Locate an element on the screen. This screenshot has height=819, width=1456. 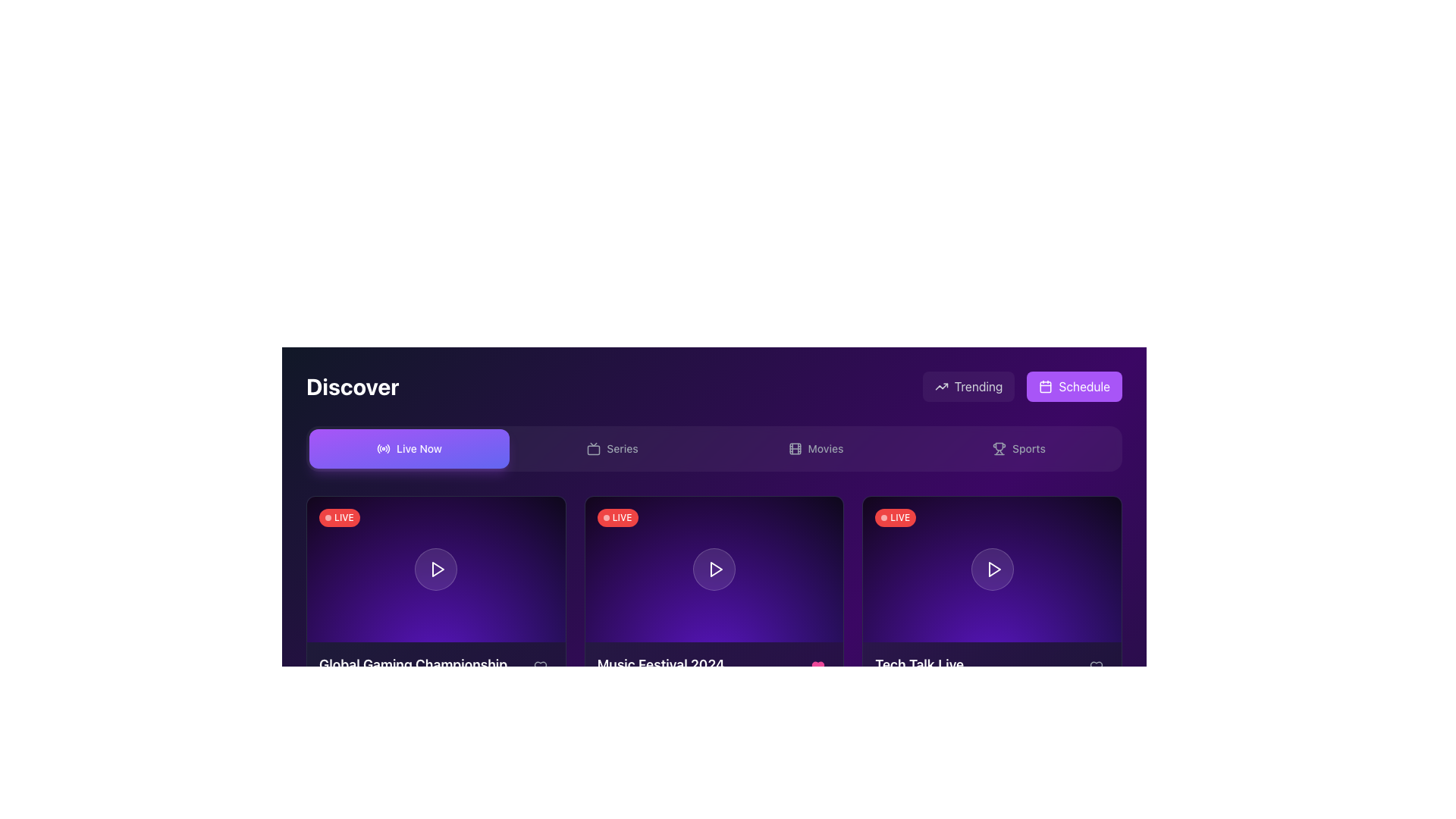
the play button icon, which is a right-pointing triangle located in the second card of a series below the main navigation bar, to receive additional UI feedback is located at coordinates (716, 569).